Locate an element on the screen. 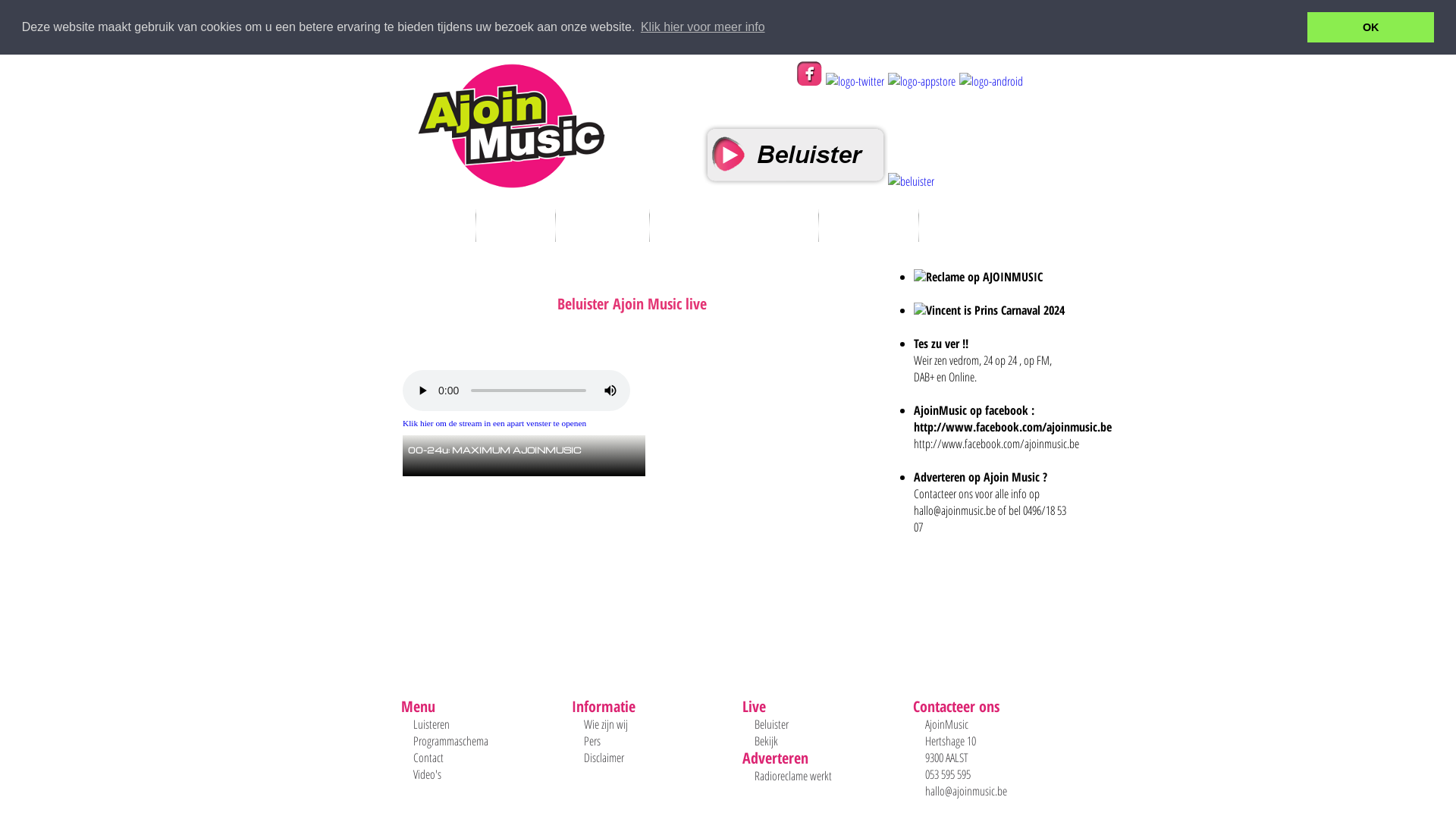 The image size is (1456, 819). 'Wie zijn wij' is located at coordinates (604, 723).